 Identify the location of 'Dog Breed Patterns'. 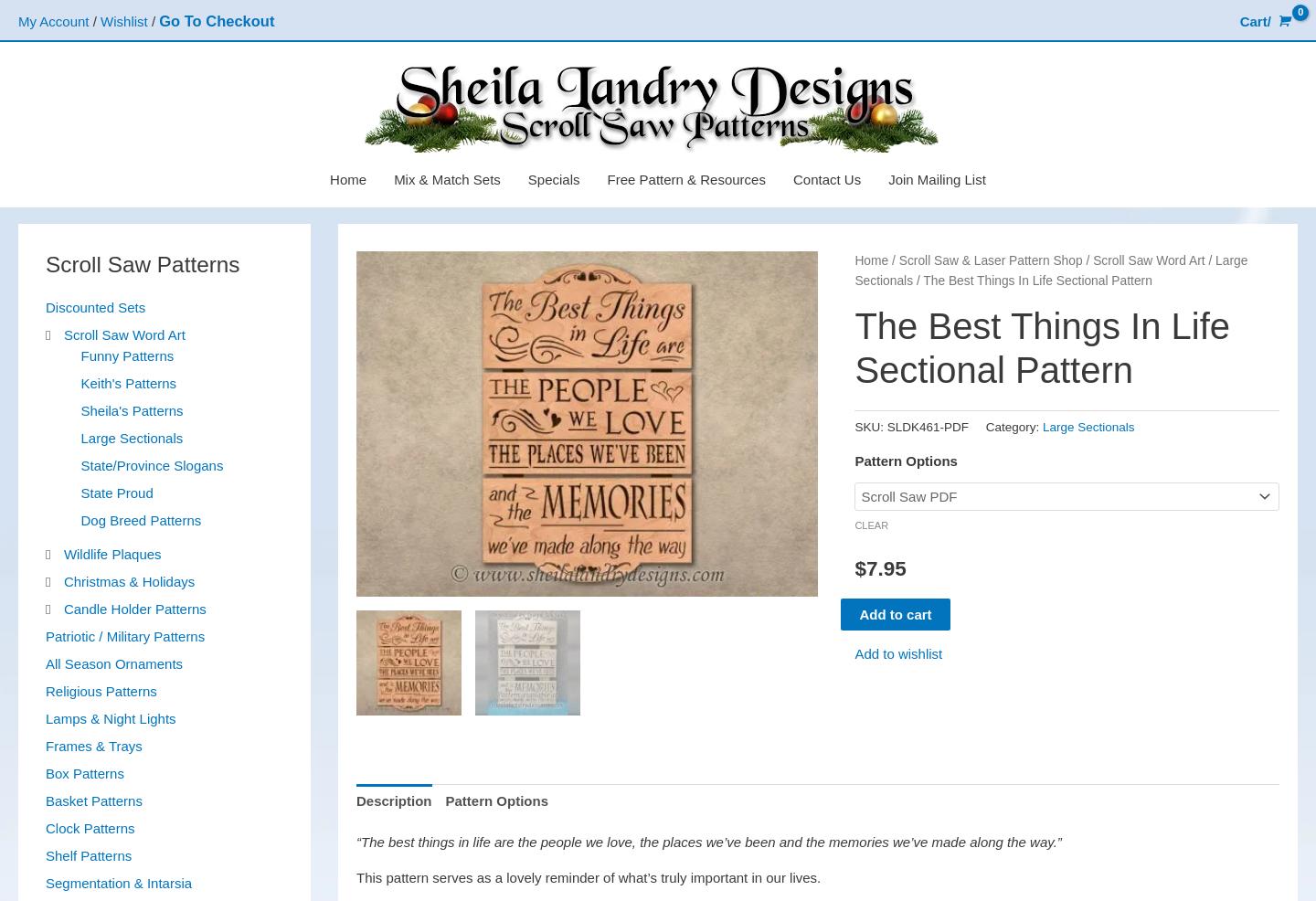
(139, 518).